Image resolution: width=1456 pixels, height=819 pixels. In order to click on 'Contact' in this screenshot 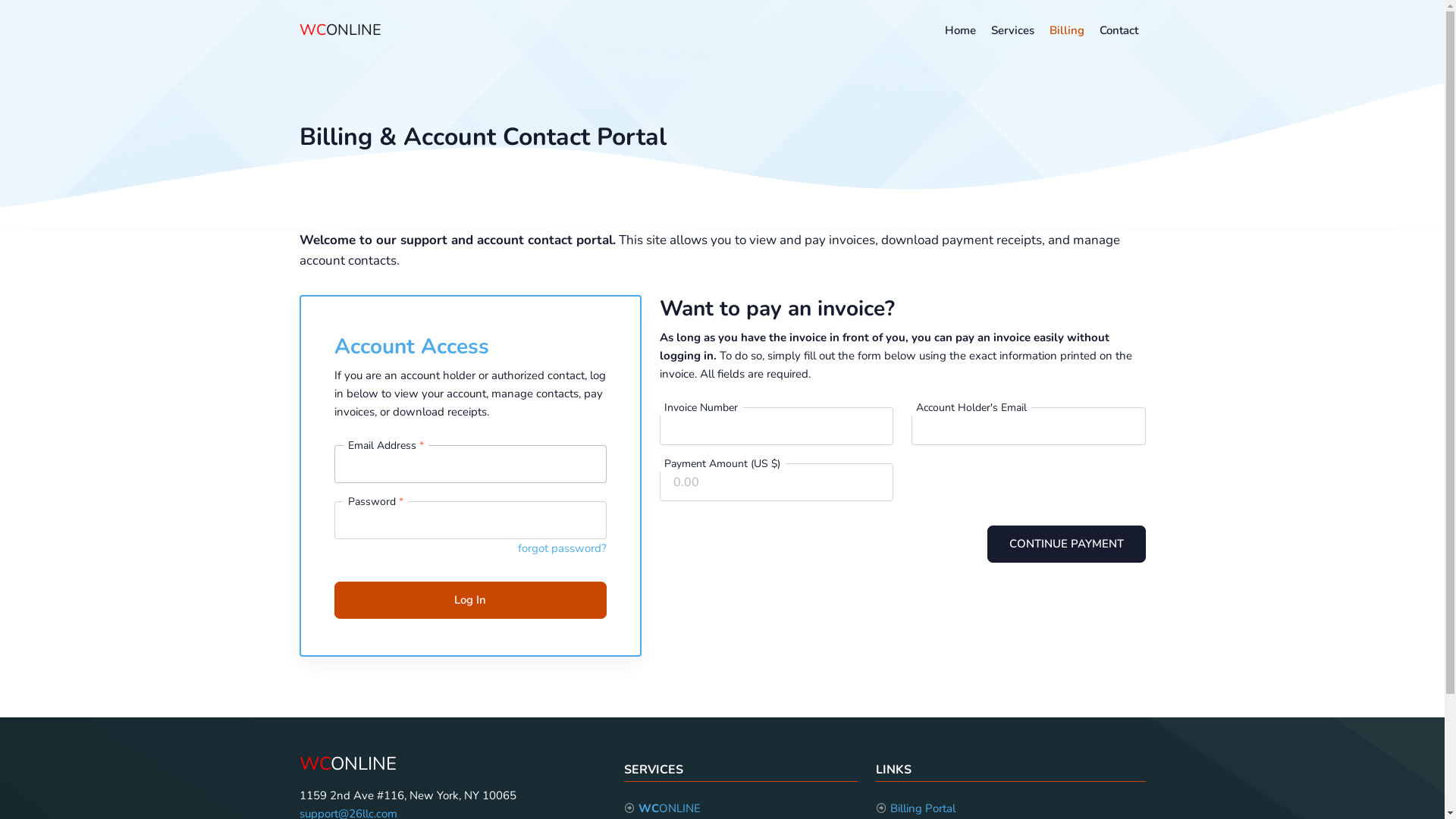, I will do `click(1119, 30)`.